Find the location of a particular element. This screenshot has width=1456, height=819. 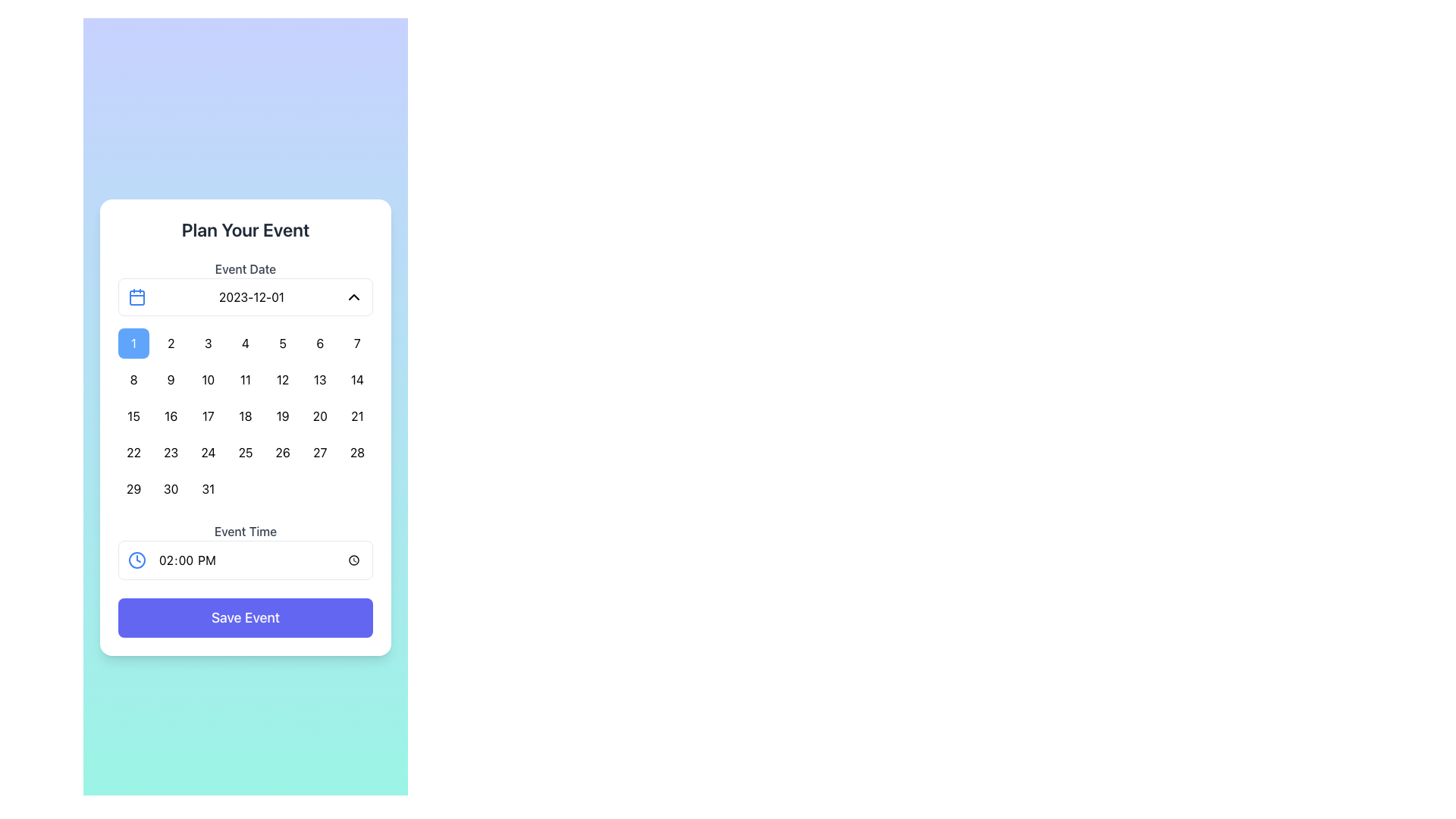

the Dropdown display element for the Event Date, which currently shows '2023-12-01' is located at coordinates (246, 297).